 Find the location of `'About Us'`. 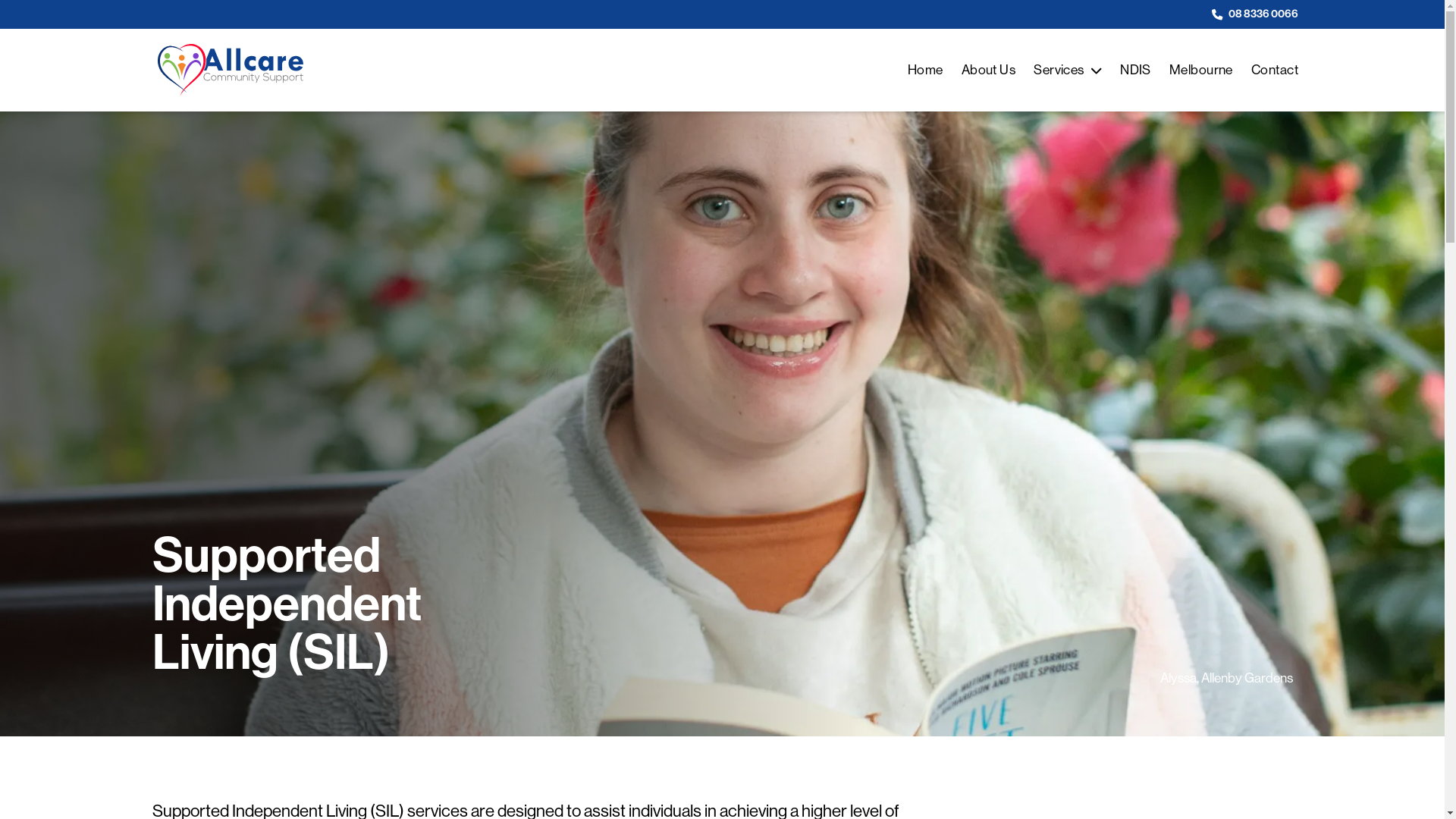

'About Us' is located at coordinates (989, 70).